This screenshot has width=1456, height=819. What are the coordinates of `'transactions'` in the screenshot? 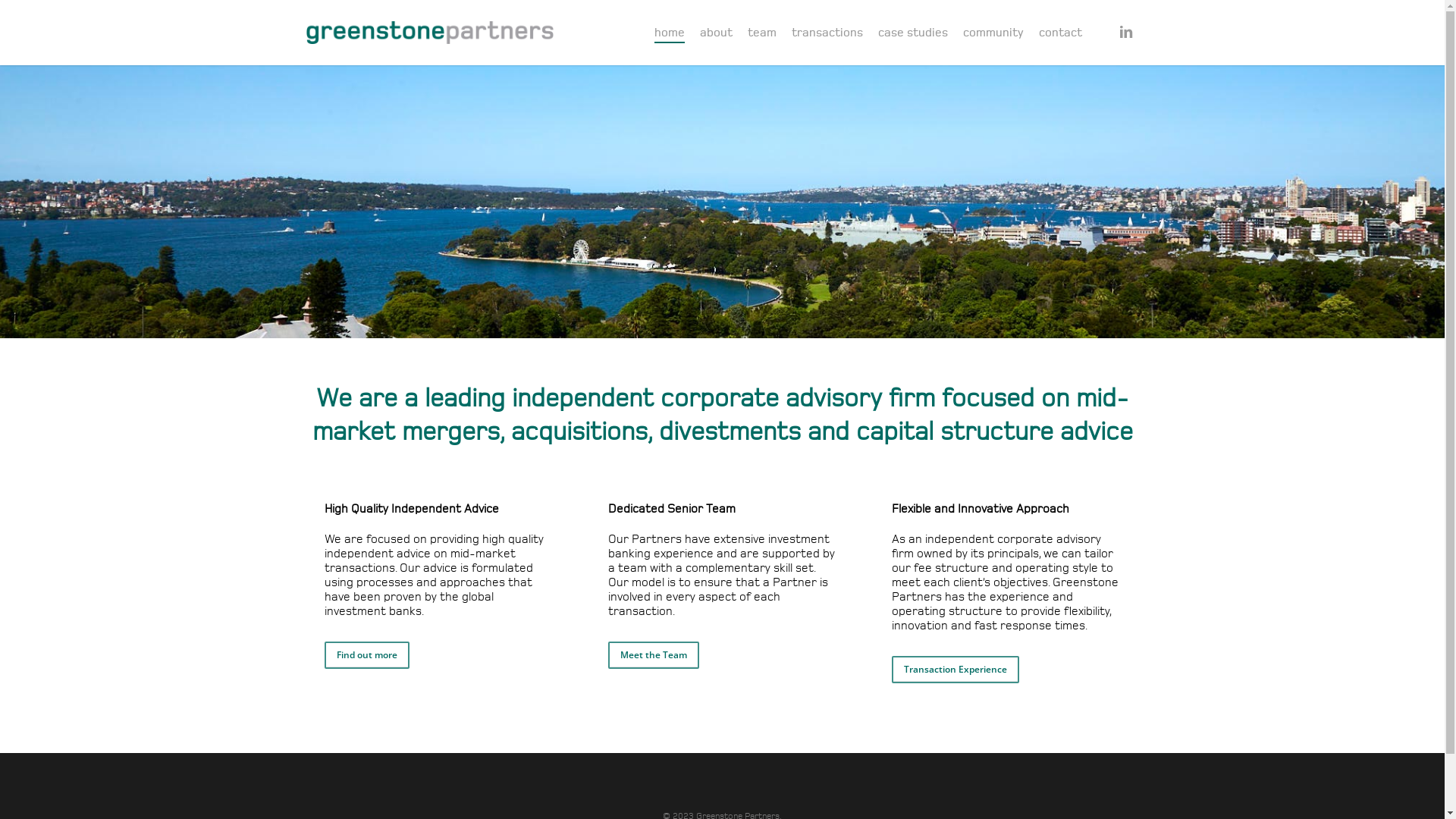 It's located at (826, 32).